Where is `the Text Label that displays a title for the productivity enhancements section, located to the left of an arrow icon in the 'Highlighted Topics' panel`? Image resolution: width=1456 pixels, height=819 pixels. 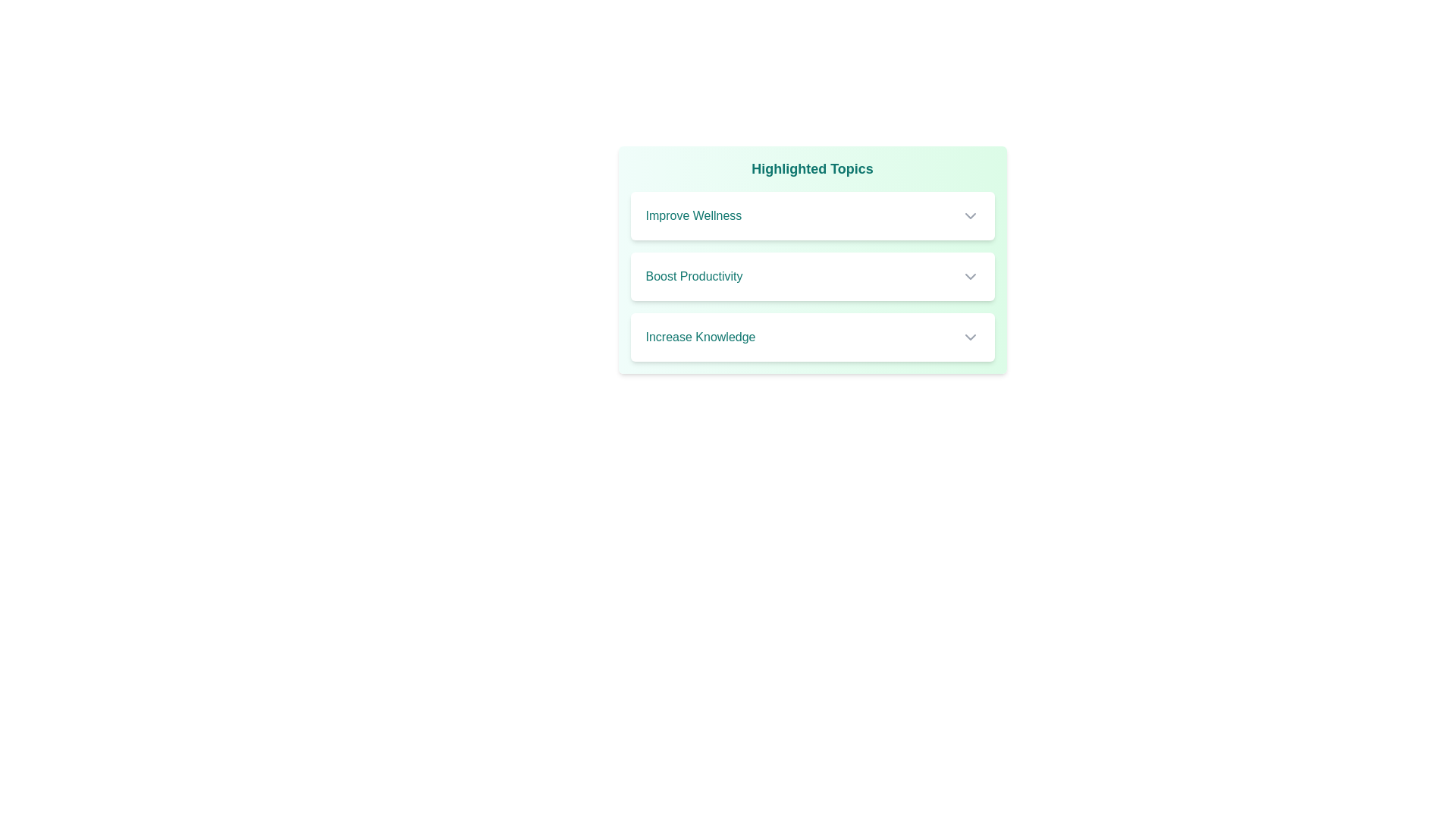
the Text Label that displays a title for the productivity enhancements section, located to the left of an arrow icon in the 'Highlighted Topics' panel is located at coordinates (693, 277).